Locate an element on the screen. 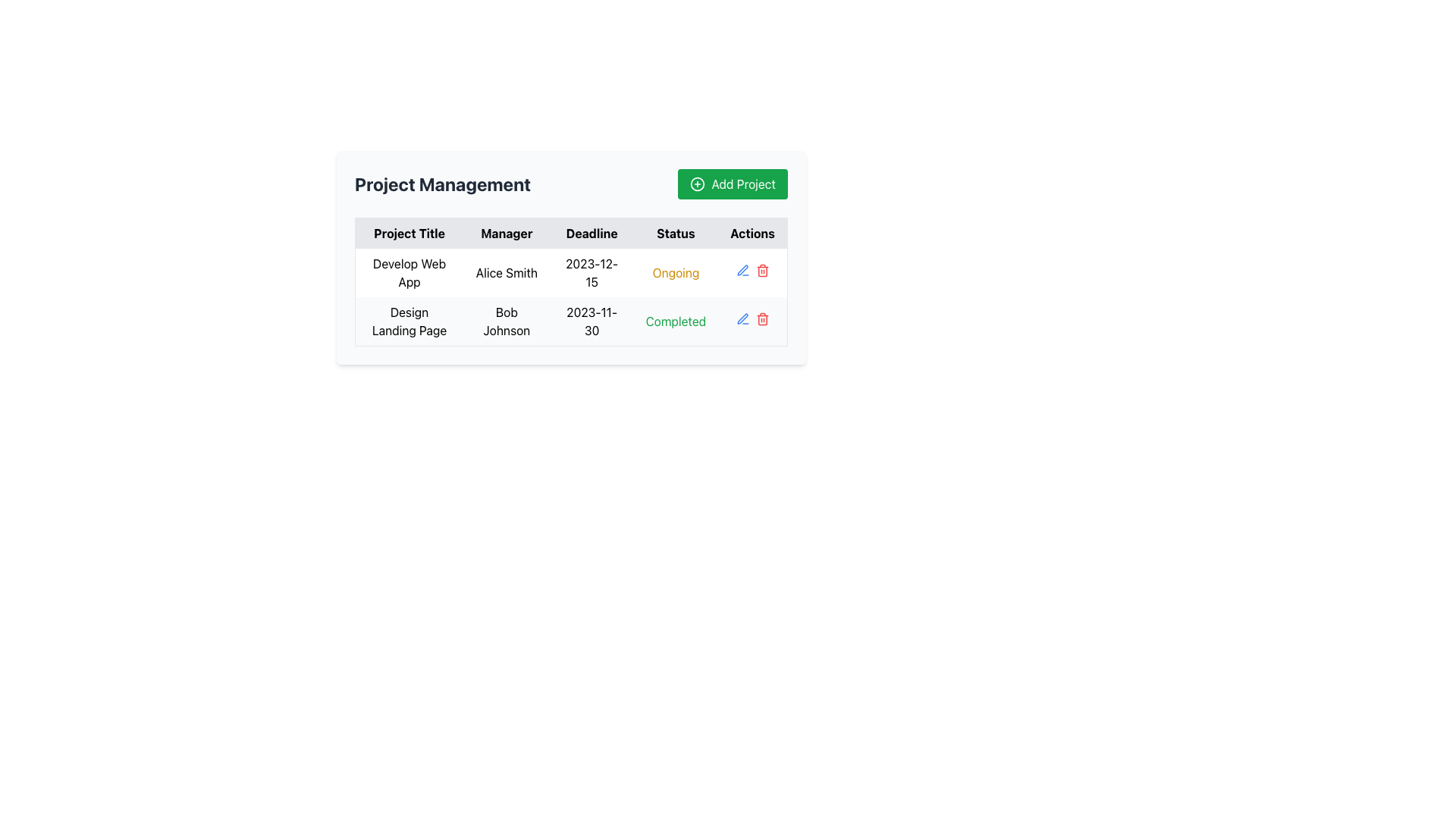  the pen icon in the Actions column next to the 'Ongoing' status of the first project row is located at coordinates (742, 318).